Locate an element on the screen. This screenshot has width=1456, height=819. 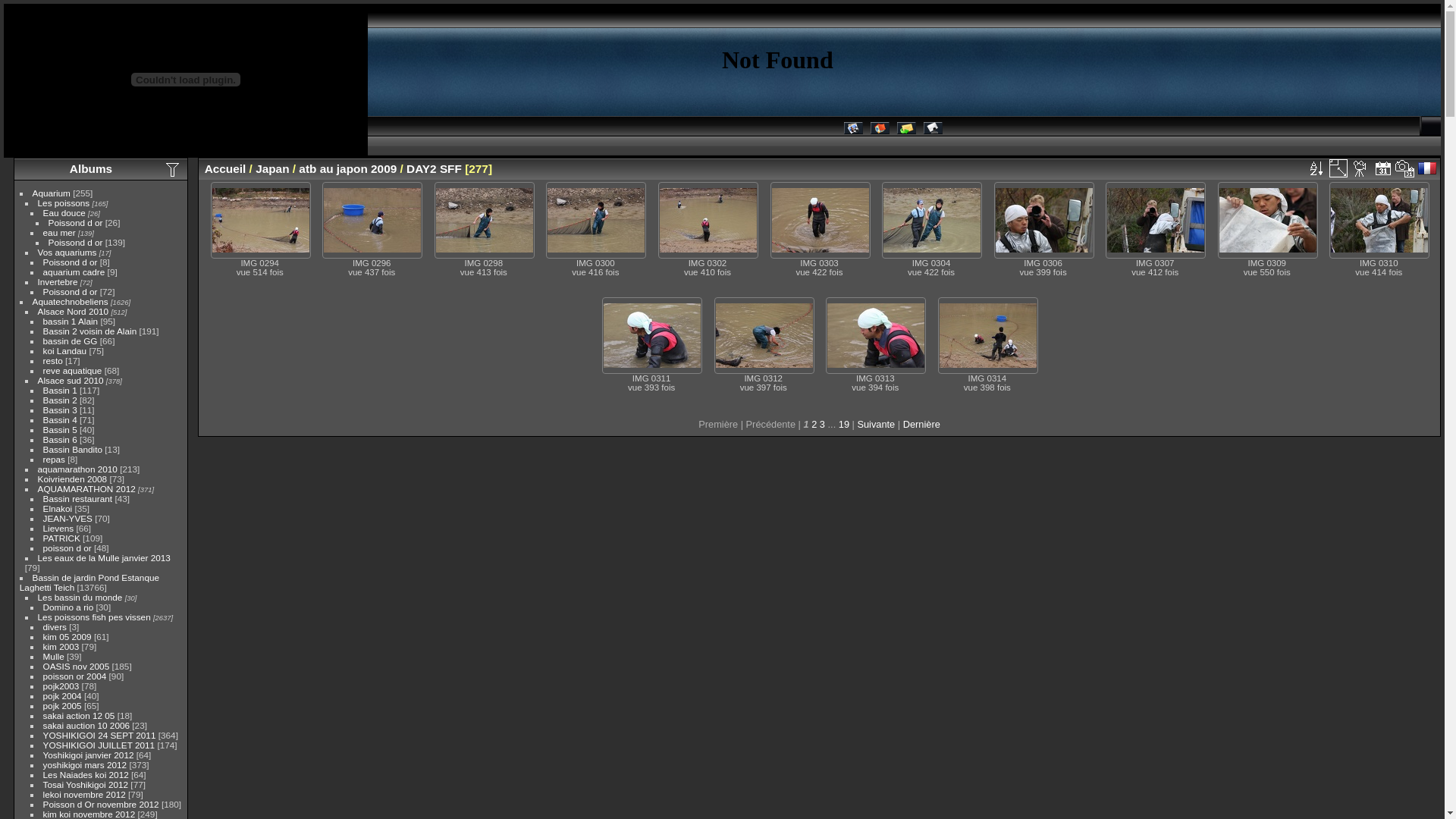
'Les eaux de la Mulle janvier 2013' is located at coordinates (103, 557).